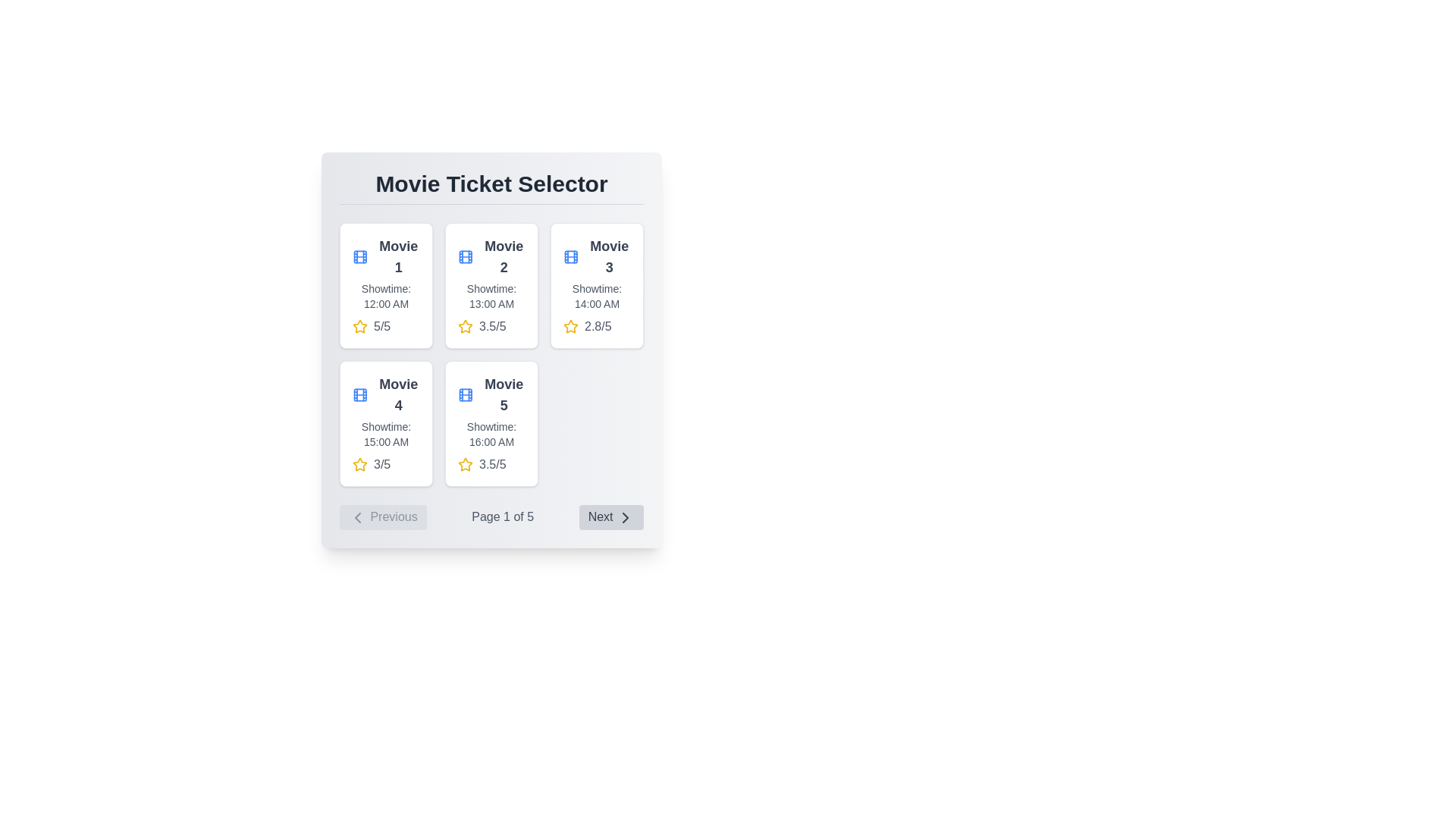 This screenshot has height=819, width=1456. What do you see at coordinates (465, 256) in the screenshot?
I see `the small blue film strip icon located to the left of the 'Movie 2' title in the second card of the displayed movies` at bounding box center [465, 256].